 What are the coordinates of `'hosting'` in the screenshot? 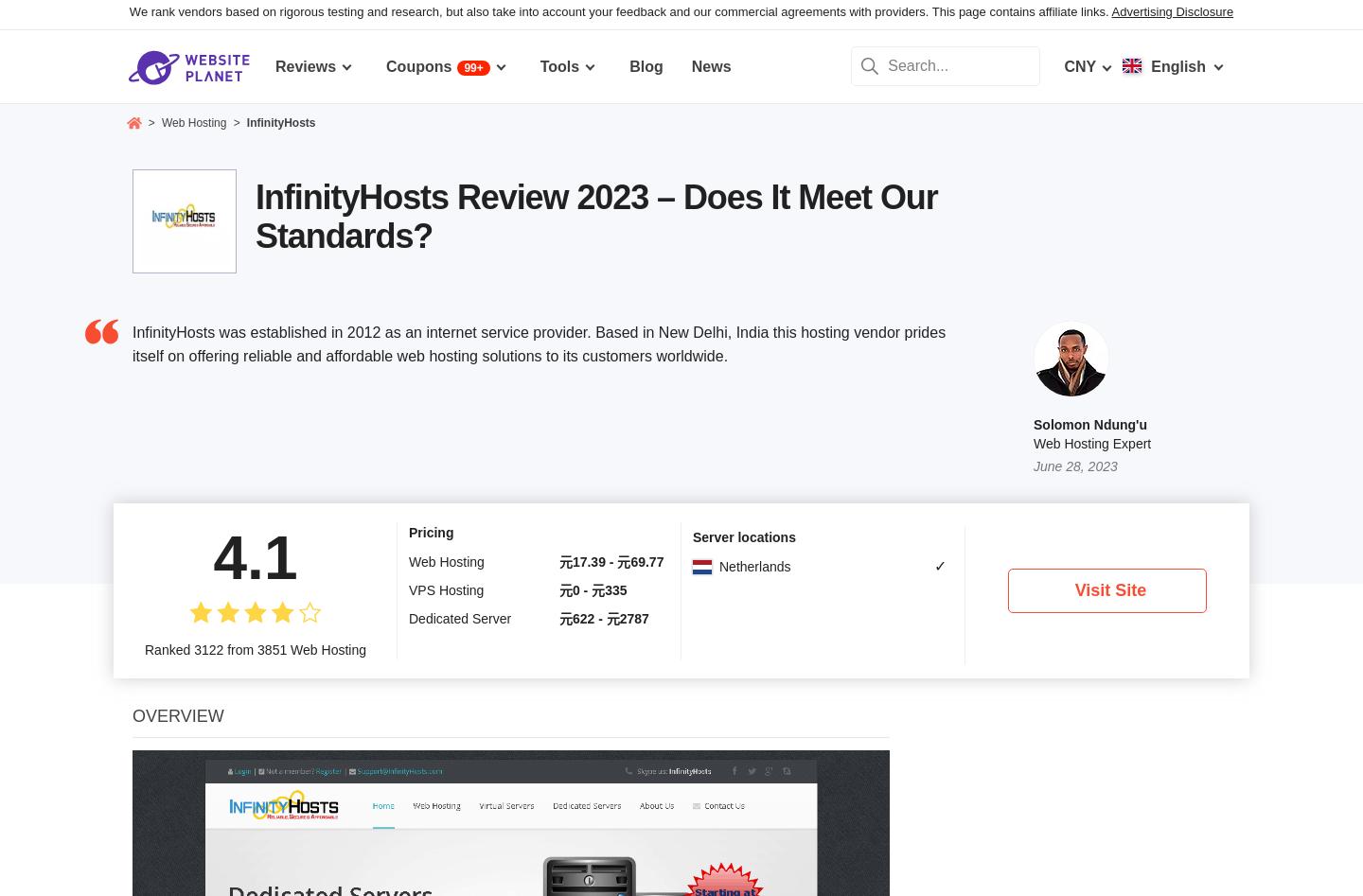 It's located at (518, 713).